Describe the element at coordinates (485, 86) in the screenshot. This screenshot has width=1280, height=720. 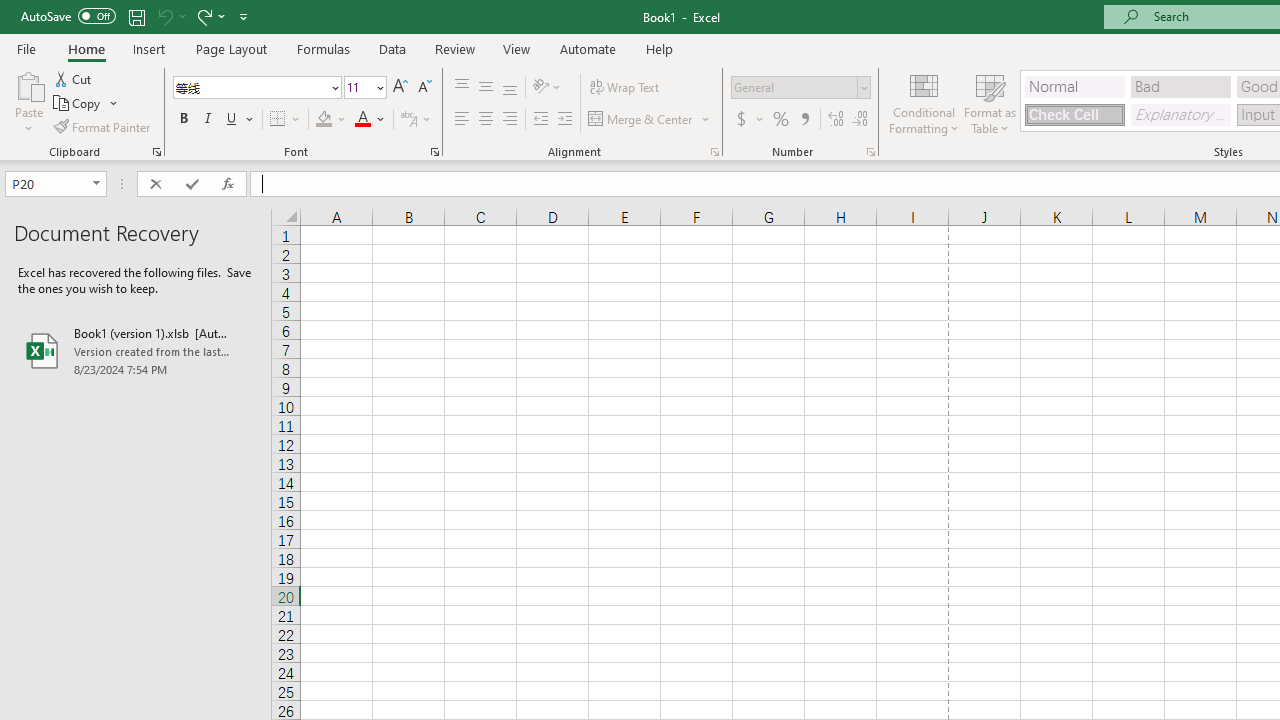
I see `'Middle Align'` at that location.